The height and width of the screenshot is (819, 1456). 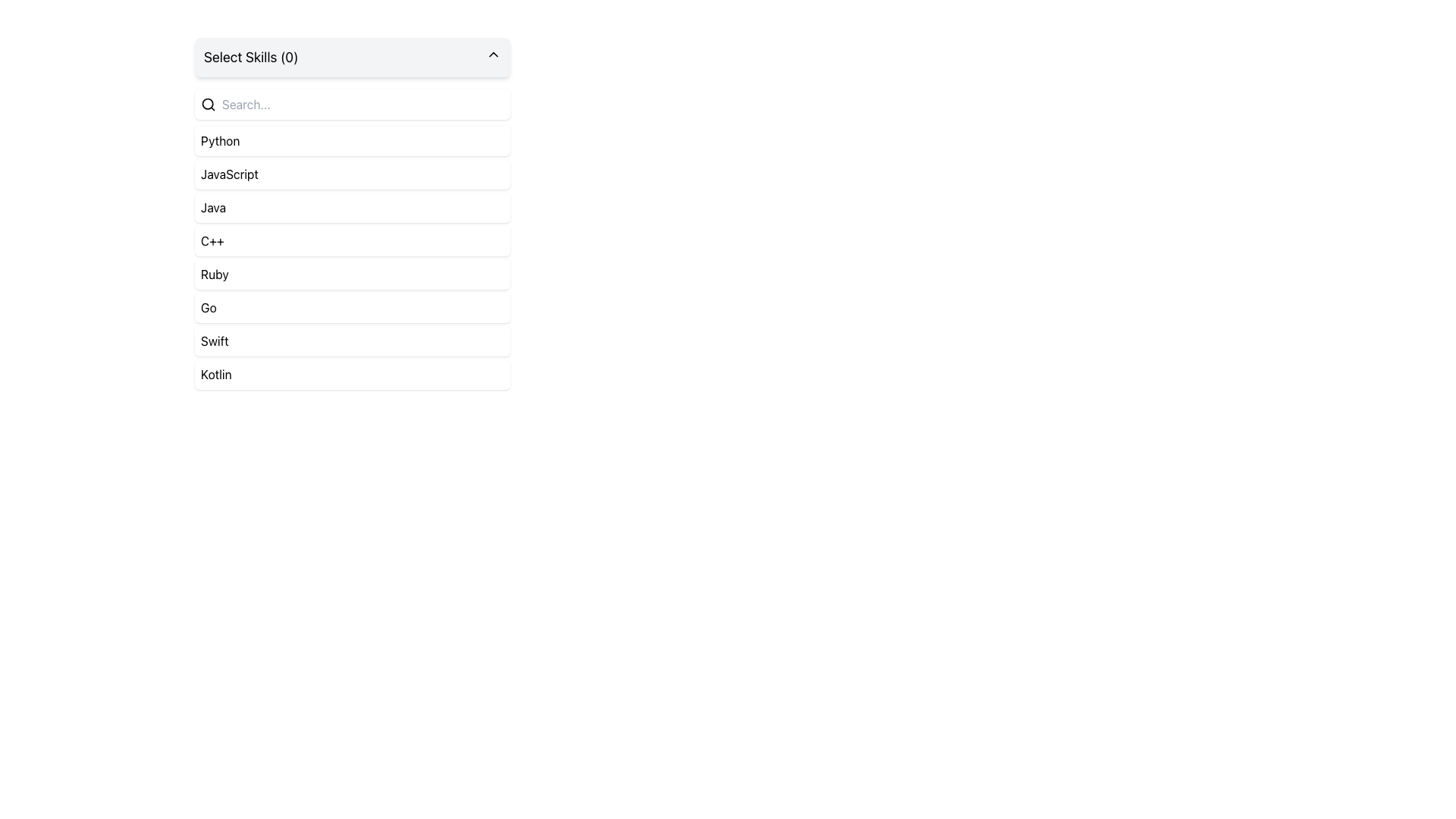 What do you see at coordinates (352, 174) in the screenshot?
I see `the second list item` at bounding box center [352, 174].